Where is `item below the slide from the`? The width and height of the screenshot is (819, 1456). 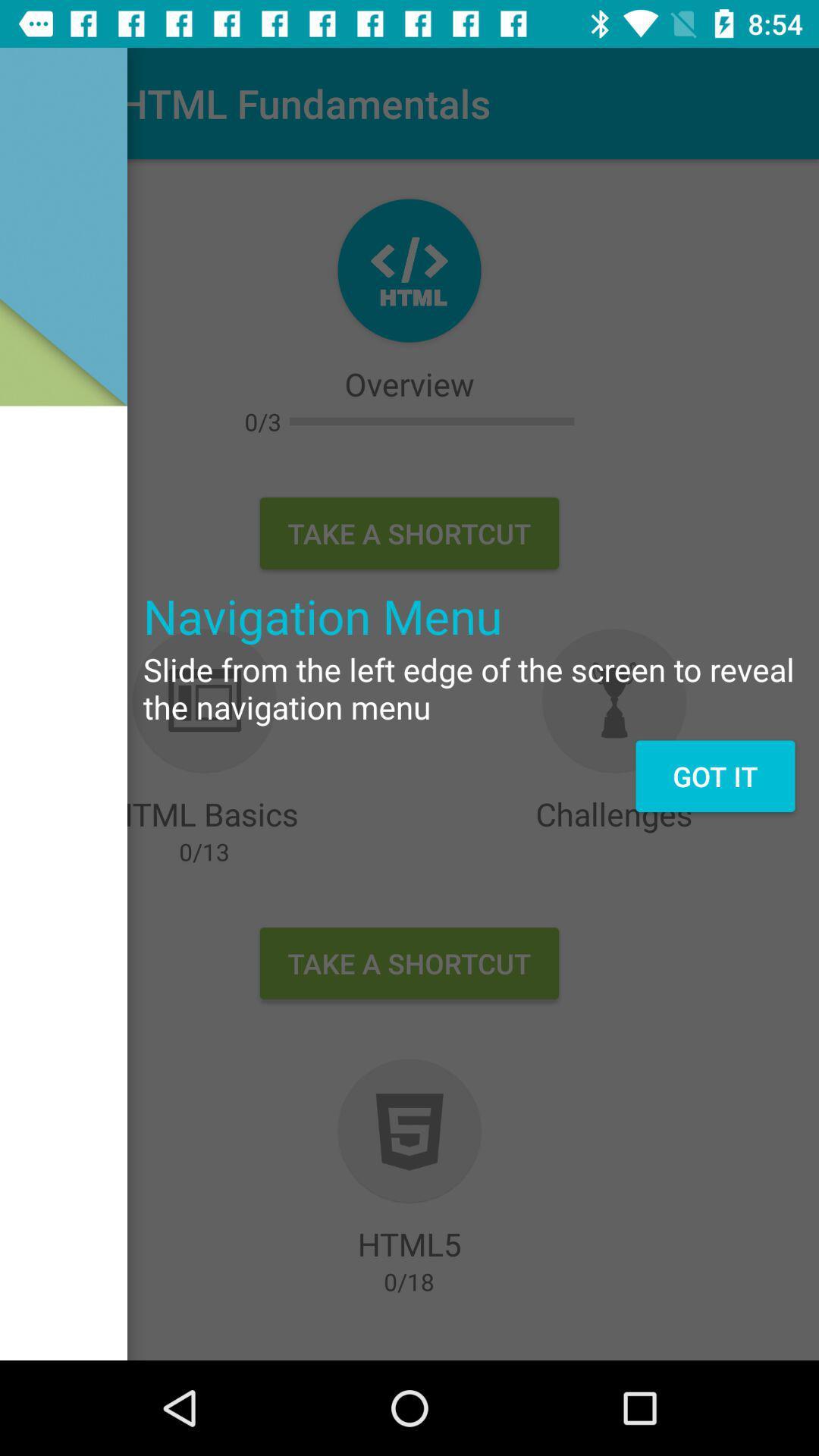
item below the slide from the is located at coordinates (715, 776).